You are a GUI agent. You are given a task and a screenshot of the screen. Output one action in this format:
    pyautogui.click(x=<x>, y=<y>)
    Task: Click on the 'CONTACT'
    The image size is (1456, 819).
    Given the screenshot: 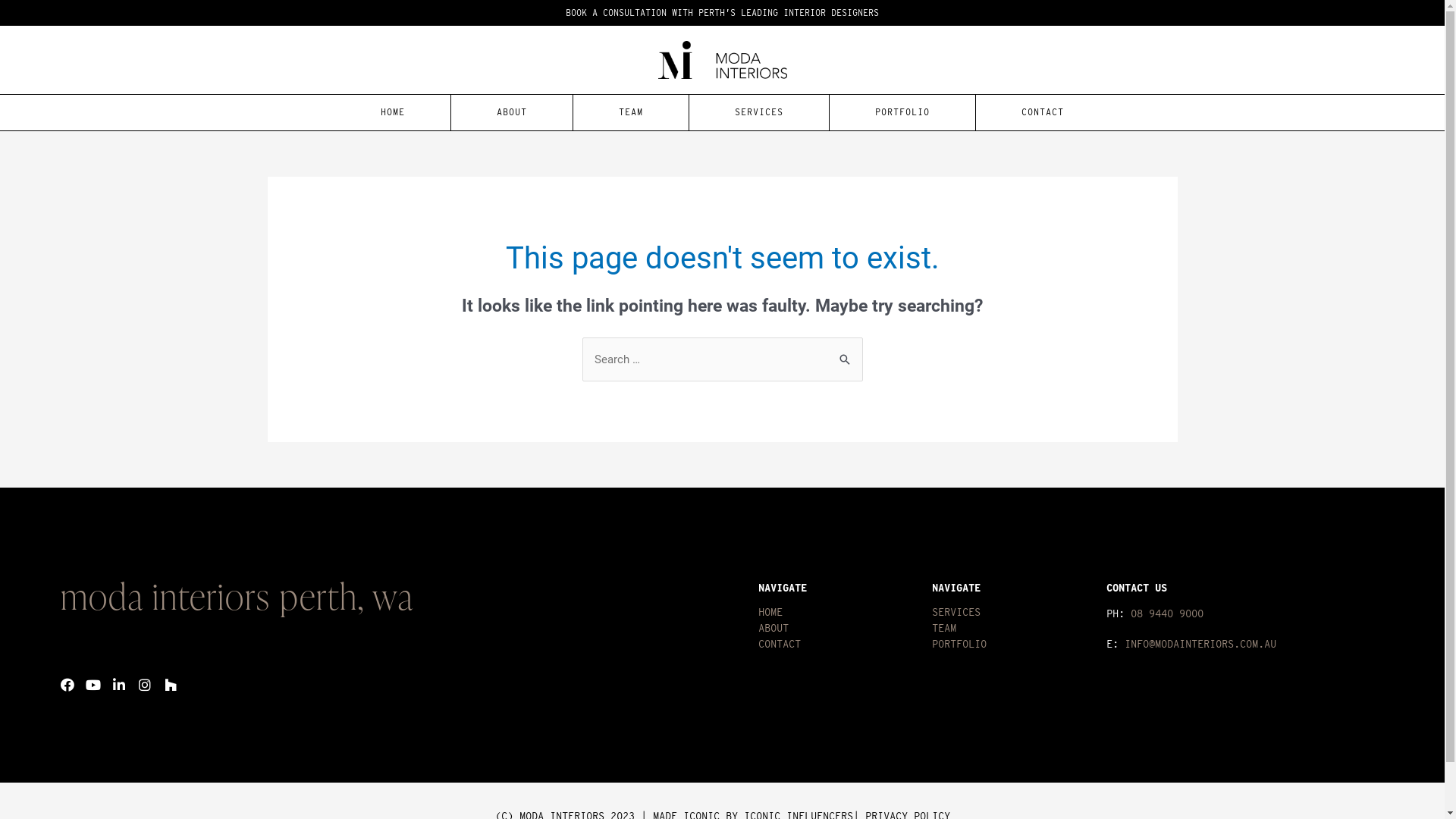 What is the action you would take?
    pyautogui.click(x=836, y=644)
    